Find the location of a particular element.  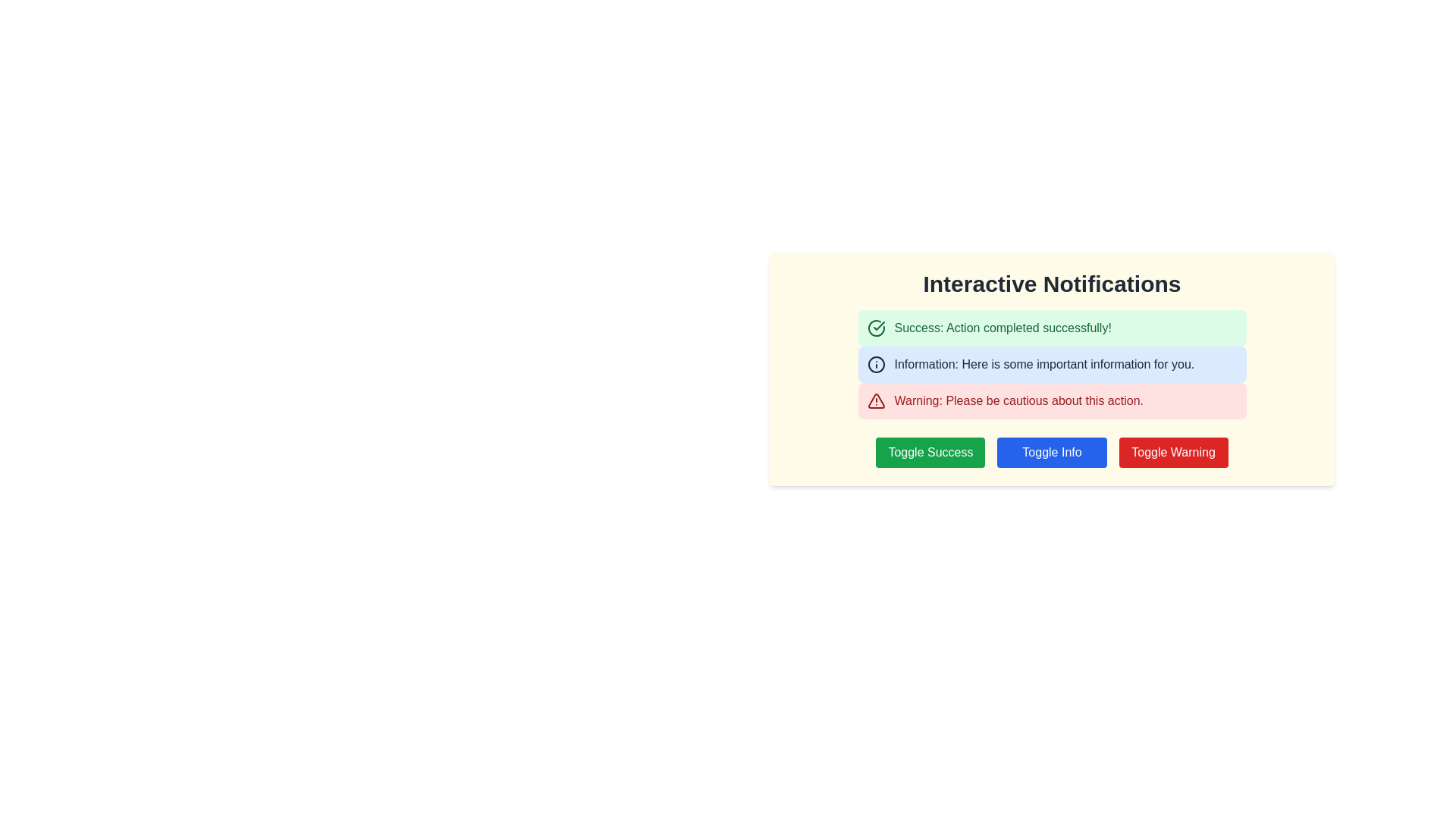

success notification text 'Success: Action completed successfully!' displayed in green within the notification bar at the top of the notifications is located at coordinates (1003, 327).